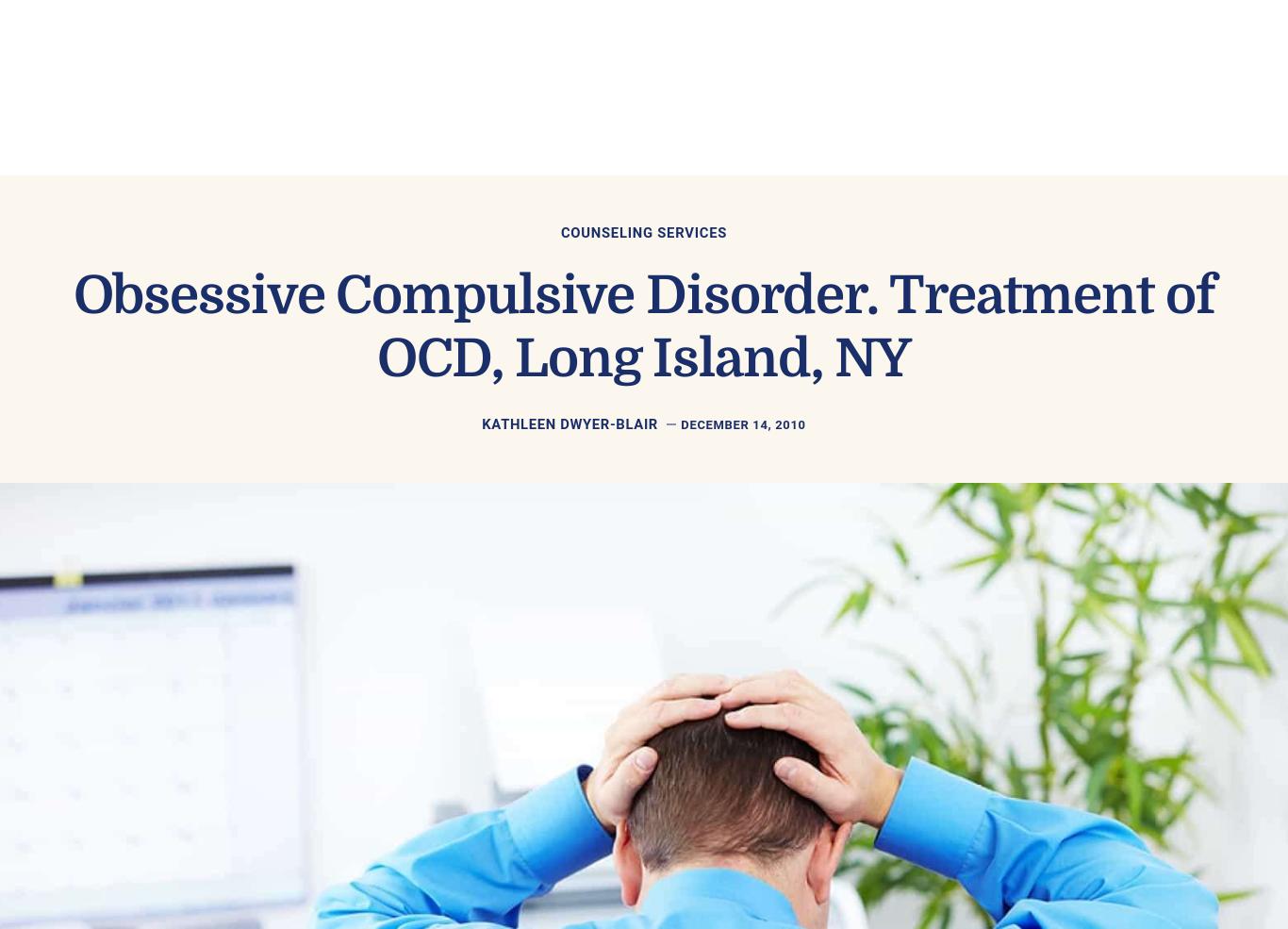  I want to click on 'Phone', so click(317, 361).